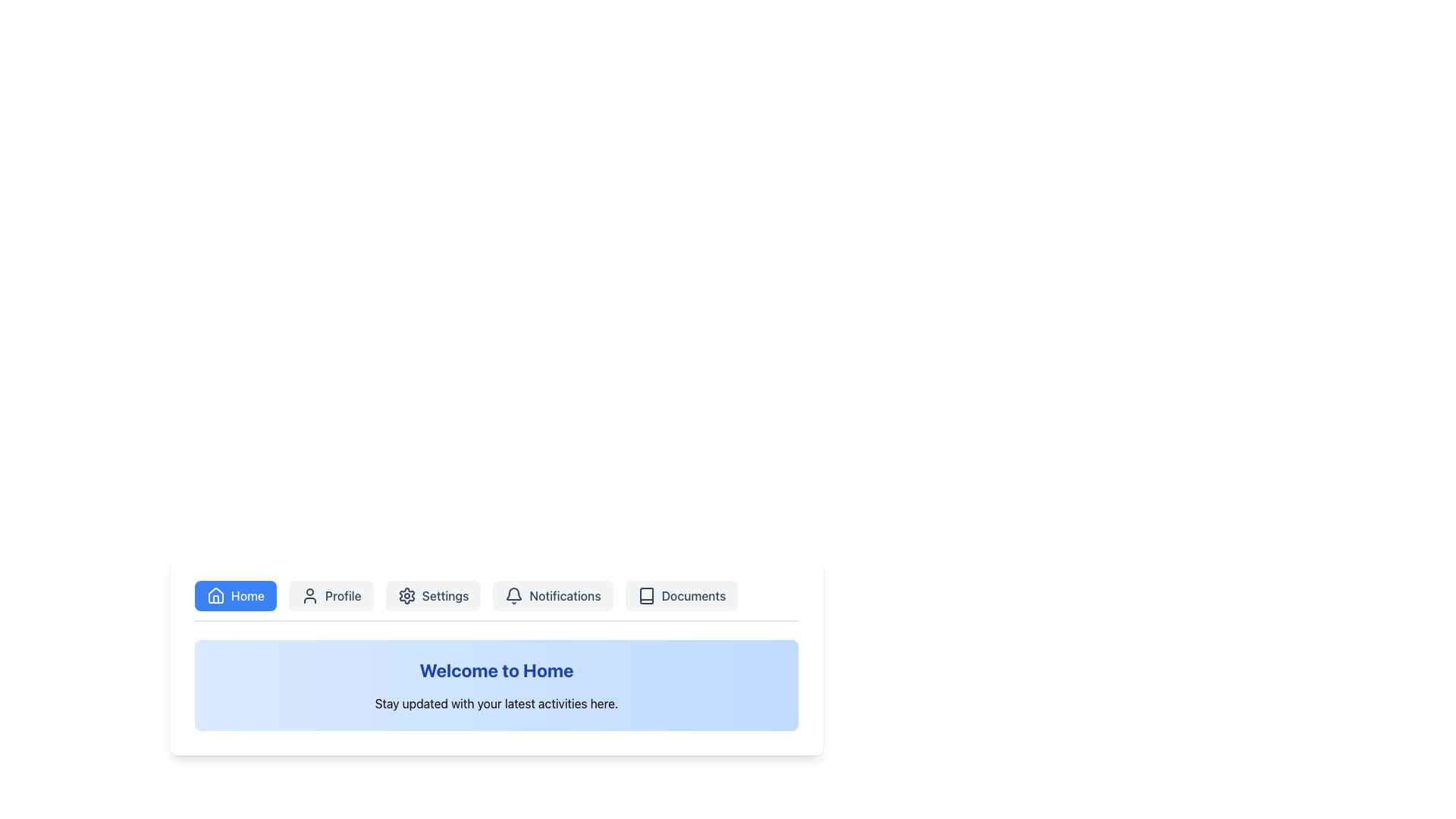  Describe the element at coordinates (496, 685) in the screenshot. I see `the styled rectangular Text Section with a blue gradient background containing 'Welcome to Home' and 'Stay updated with your latest activities here.'` at that location.